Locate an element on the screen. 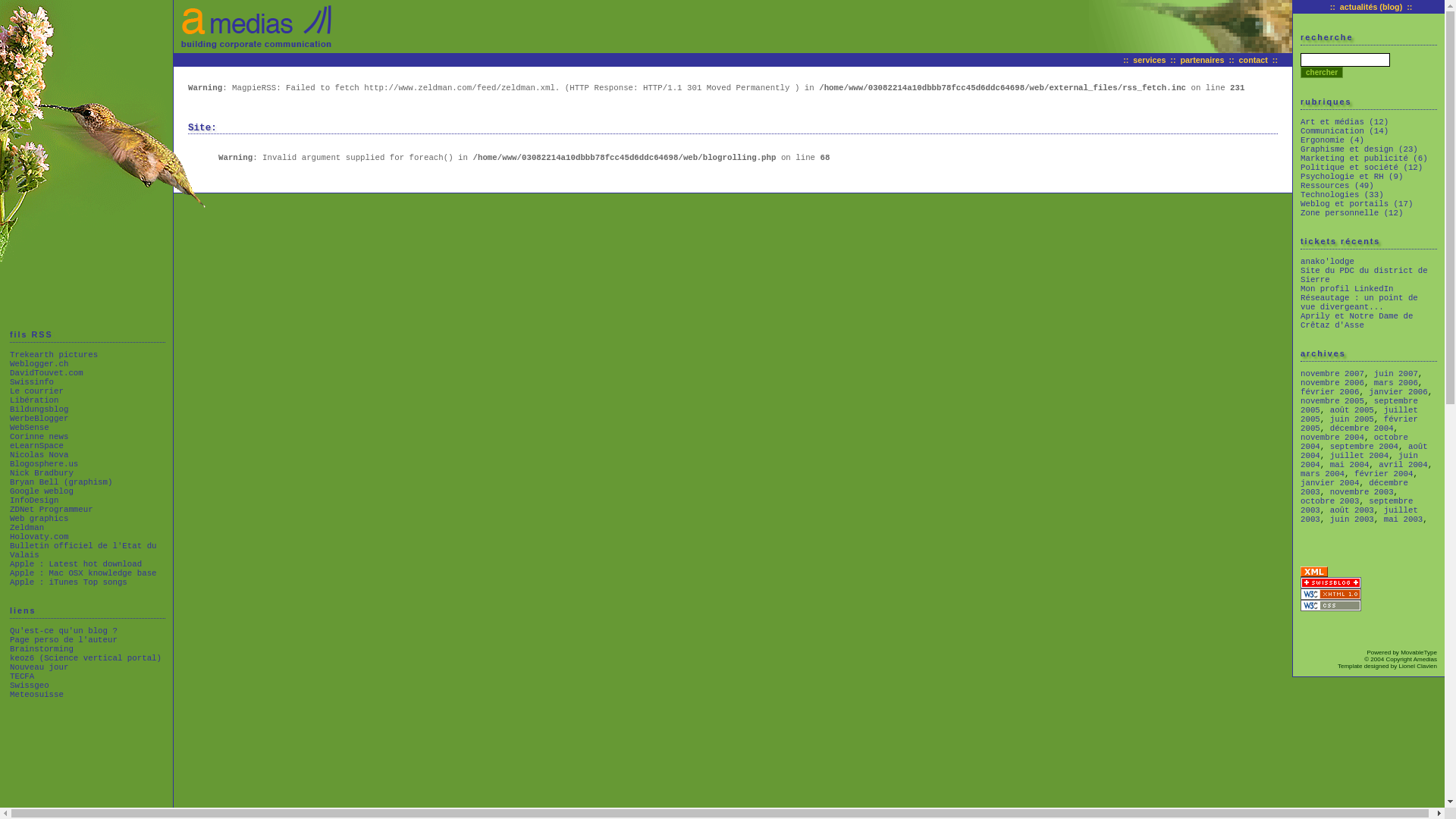 This screenshot has height=819, width=1456. 'partenaires' is located at coordinates (1201, 58).